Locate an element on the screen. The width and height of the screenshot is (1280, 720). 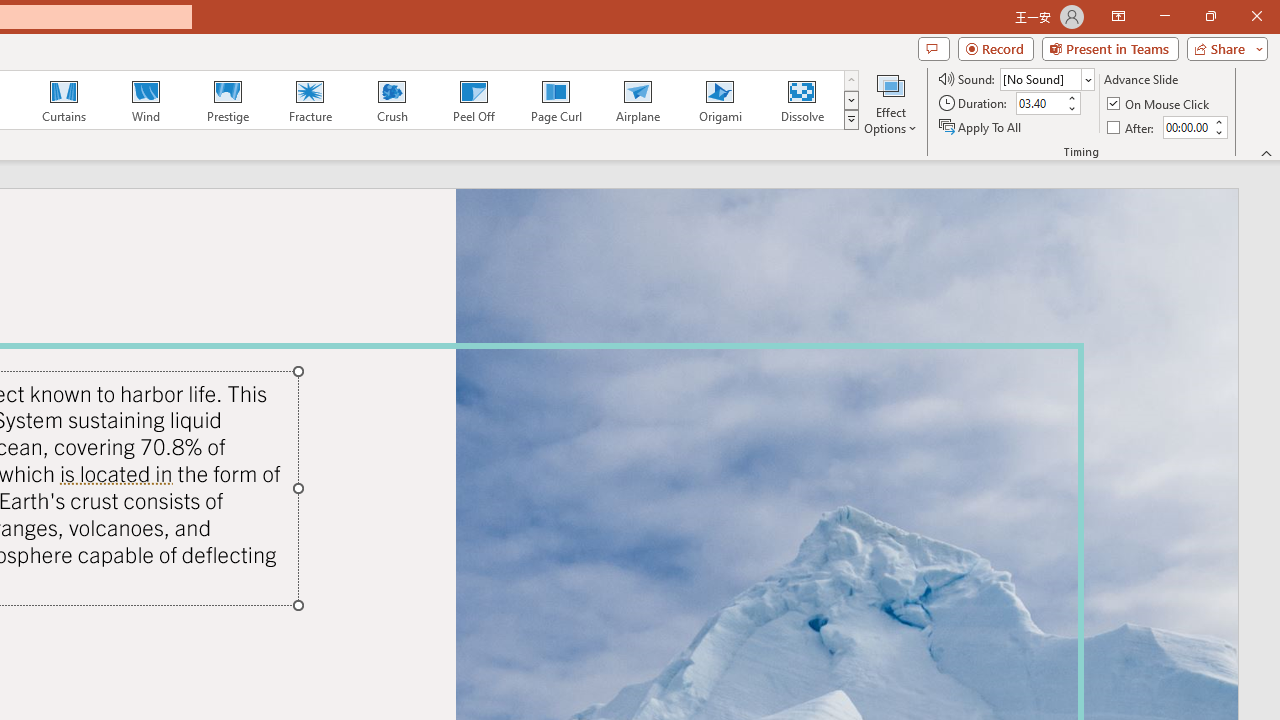
'Peel Off' is located at coordinates (472, 100).